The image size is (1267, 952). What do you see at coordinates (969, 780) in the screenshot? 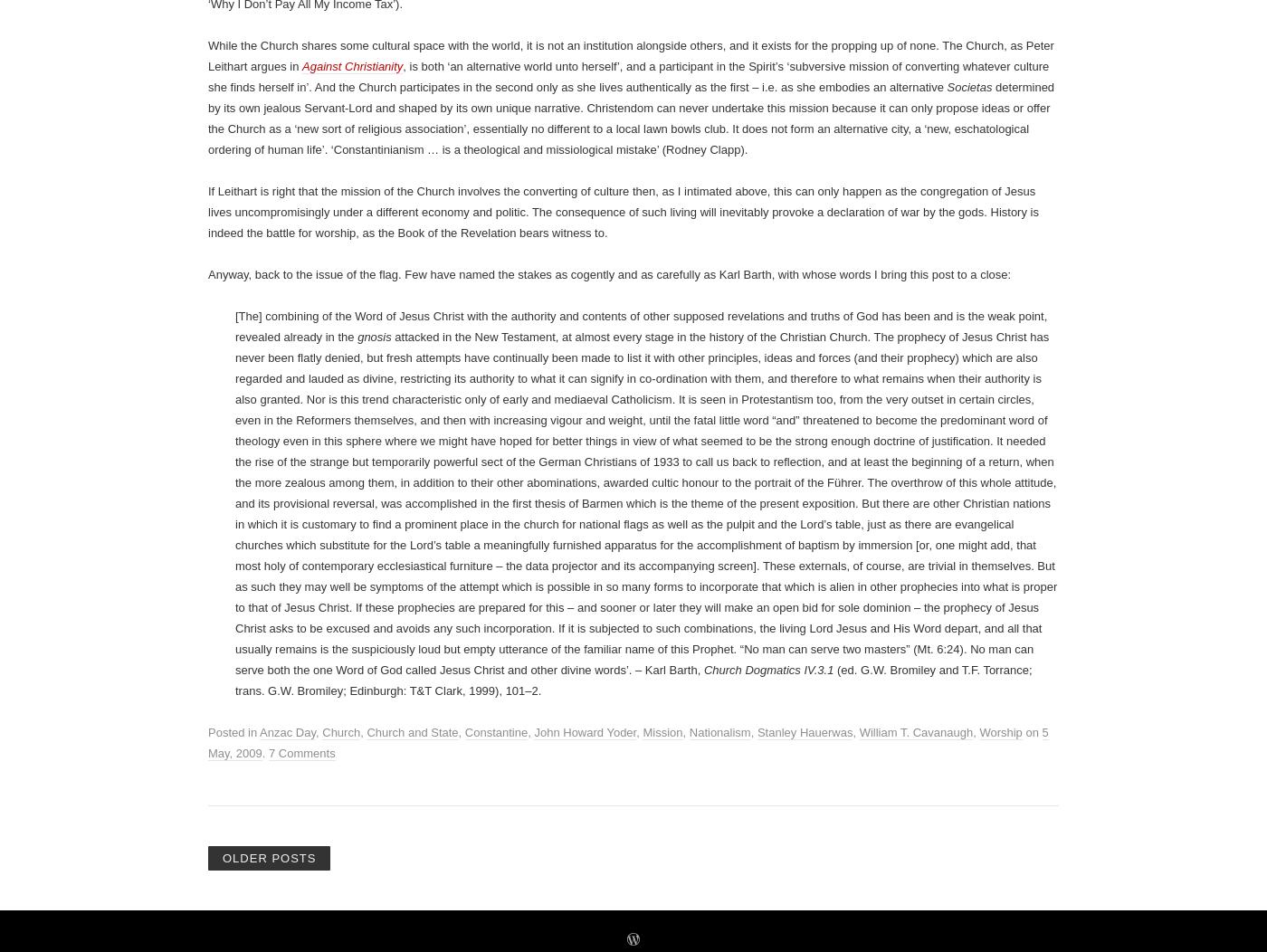
I see `'Societas'` at bounding box center [969, 780].